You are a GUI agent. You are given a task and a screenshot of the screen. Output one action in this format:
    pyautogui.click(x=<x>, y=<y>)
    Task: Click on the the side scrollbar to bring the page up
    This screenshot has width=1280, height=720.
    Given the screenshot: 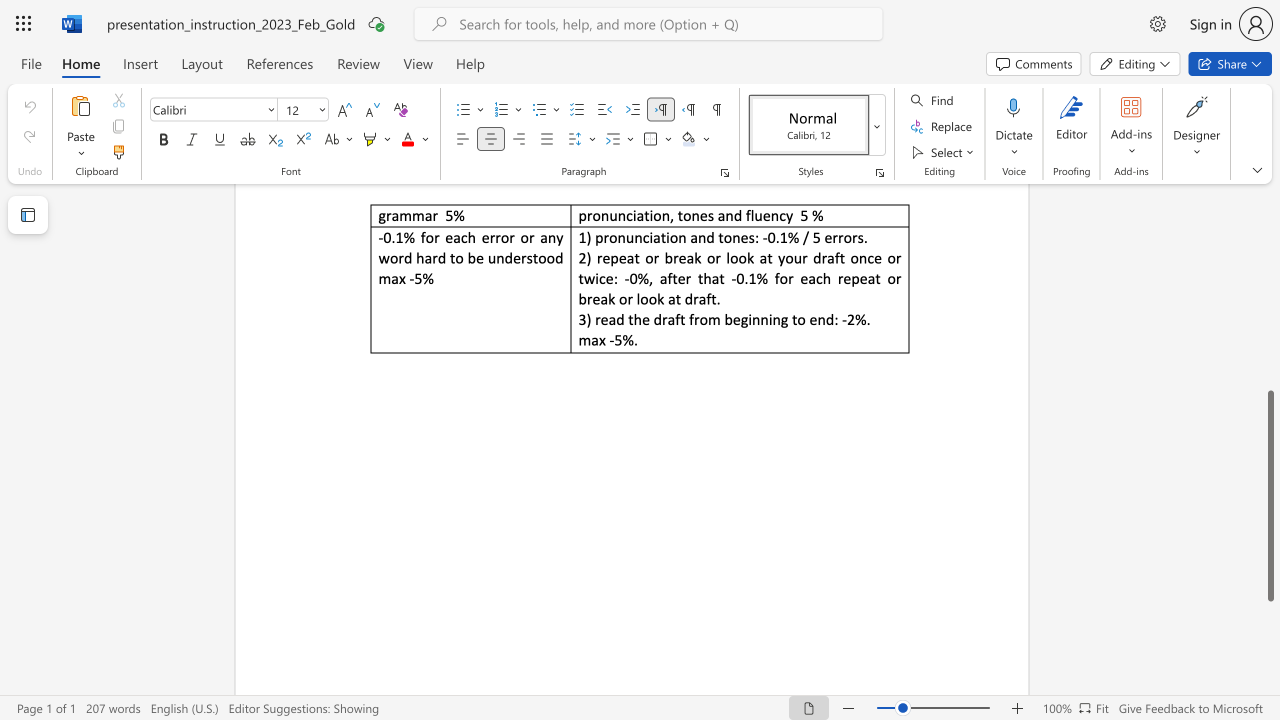 What is the action you would take?
    pyautogui.click(x=1269, y=300)
    